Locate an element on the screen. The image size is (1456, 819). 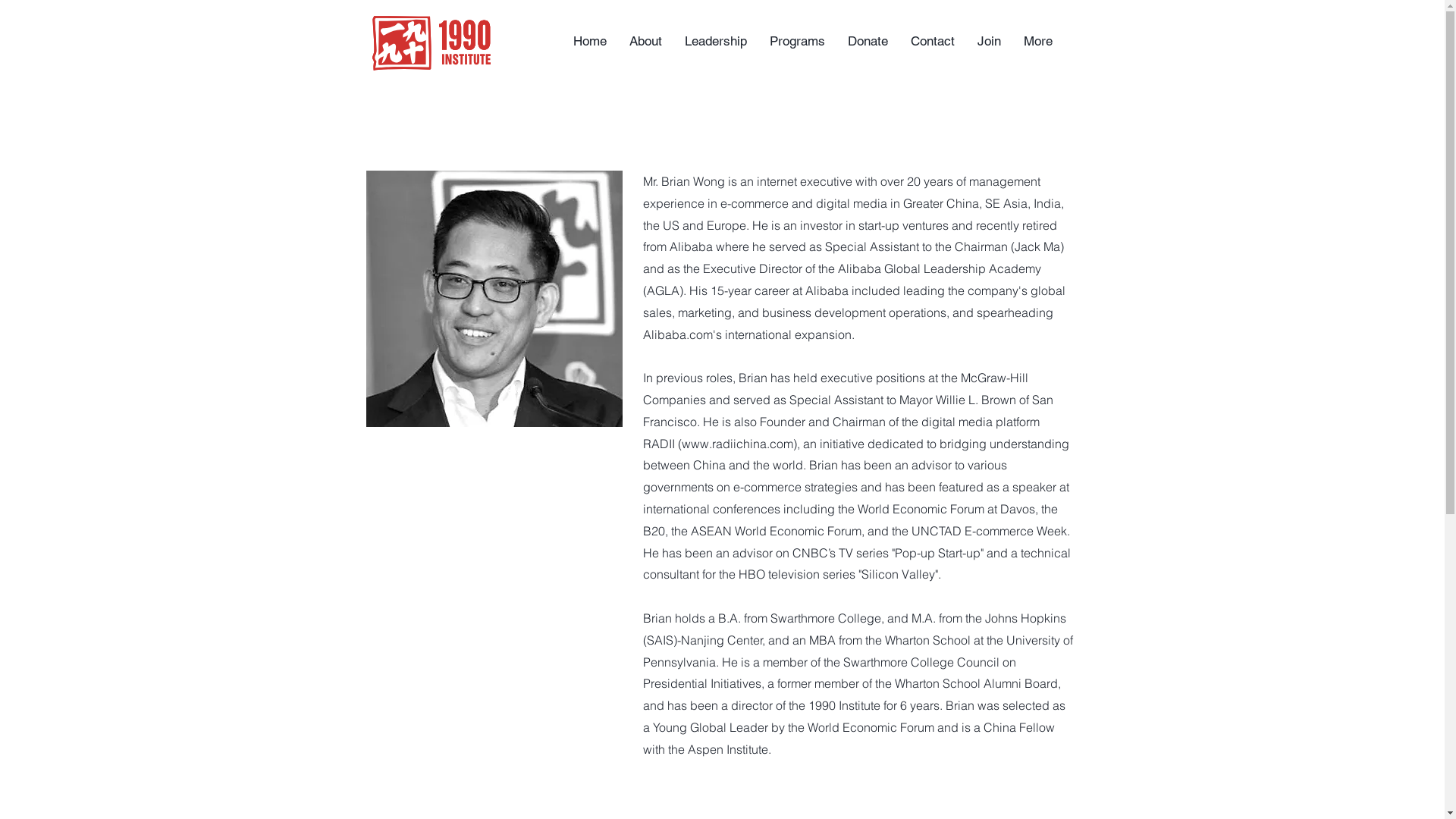
'Leadership' is located at coordinates (715, 40).